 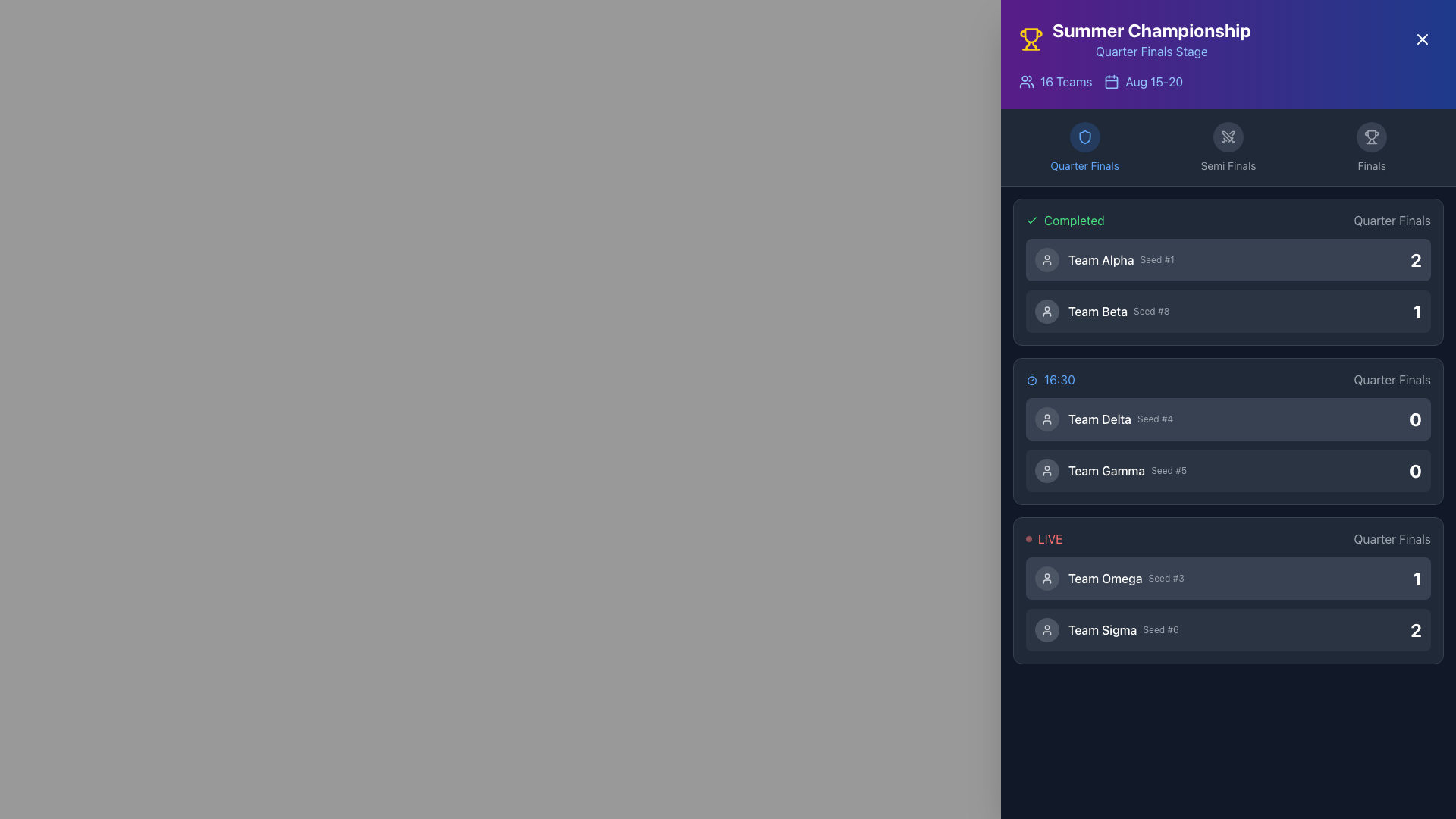 What do you see at coordinates (1415, 259) in the screenshot?
I see `the bold white number '2', which is styled in a large font size and positioned at the far right end of the grey rounded rectangle labeled 'Team AlphaSeed #12'` at bounding box center [1415, 259].